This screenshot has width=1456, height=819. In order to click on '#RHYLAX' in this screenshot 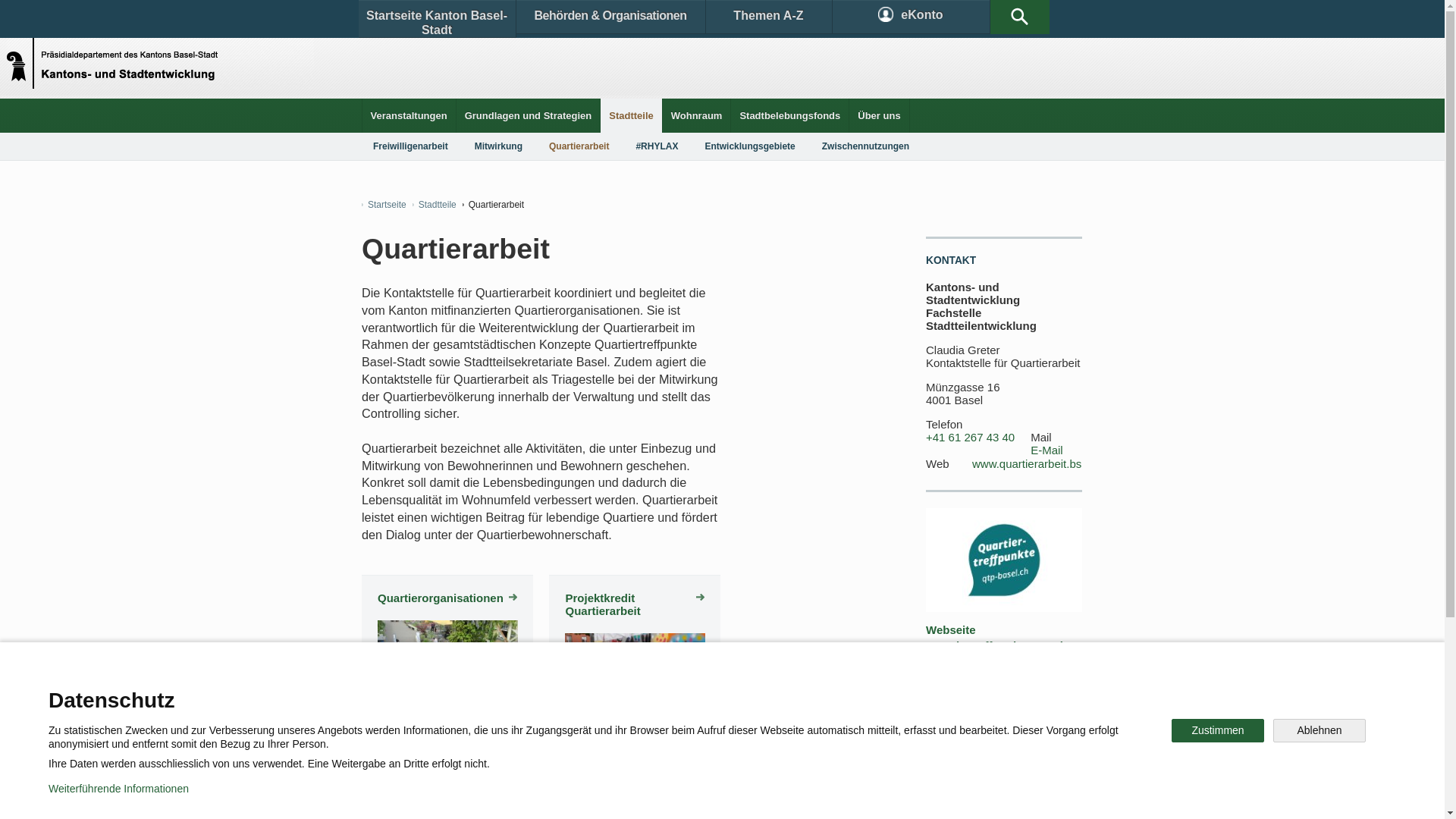, I will do `click(656, 146)`.